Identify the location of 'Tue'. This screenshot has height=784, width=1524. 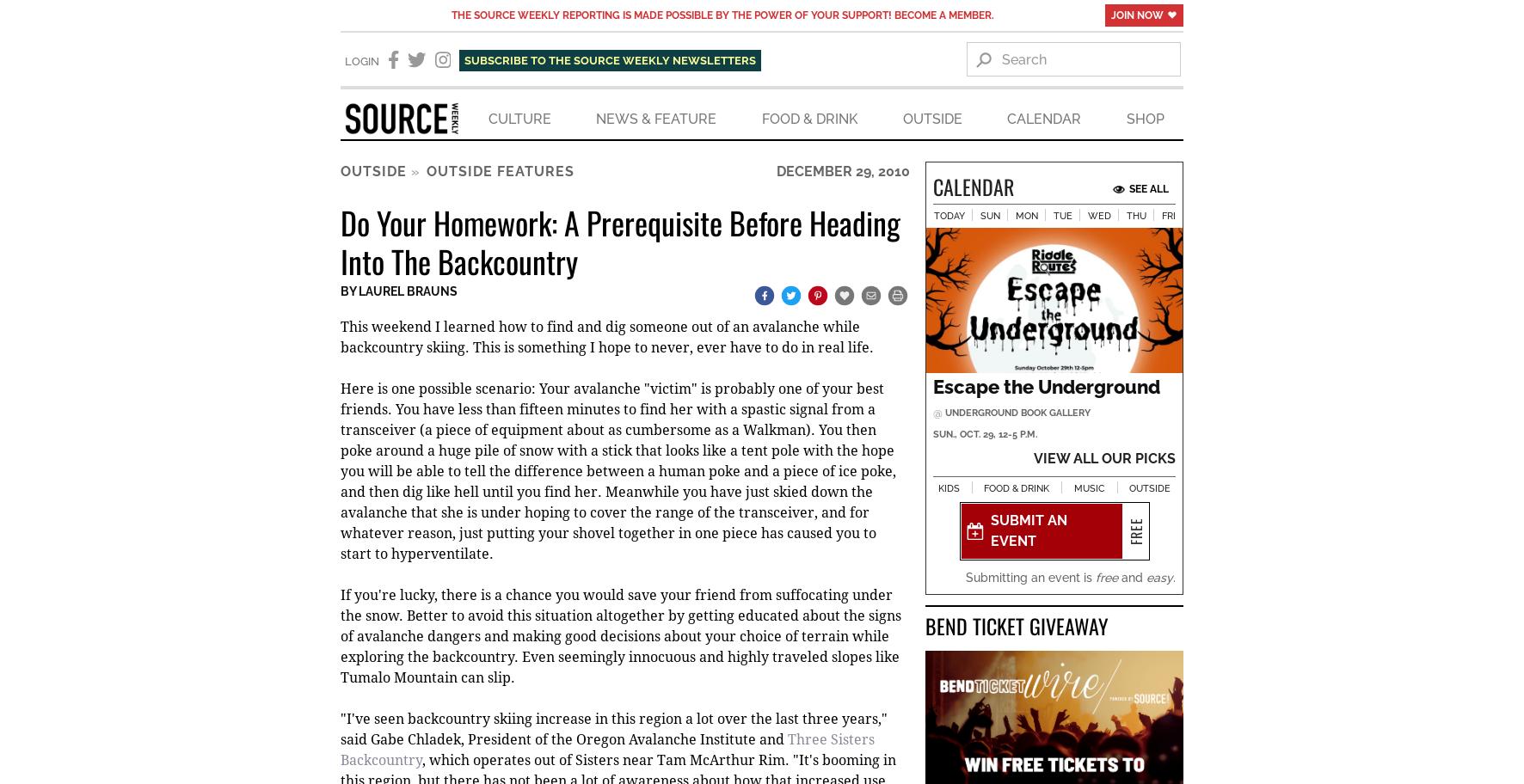
(1062, 217).